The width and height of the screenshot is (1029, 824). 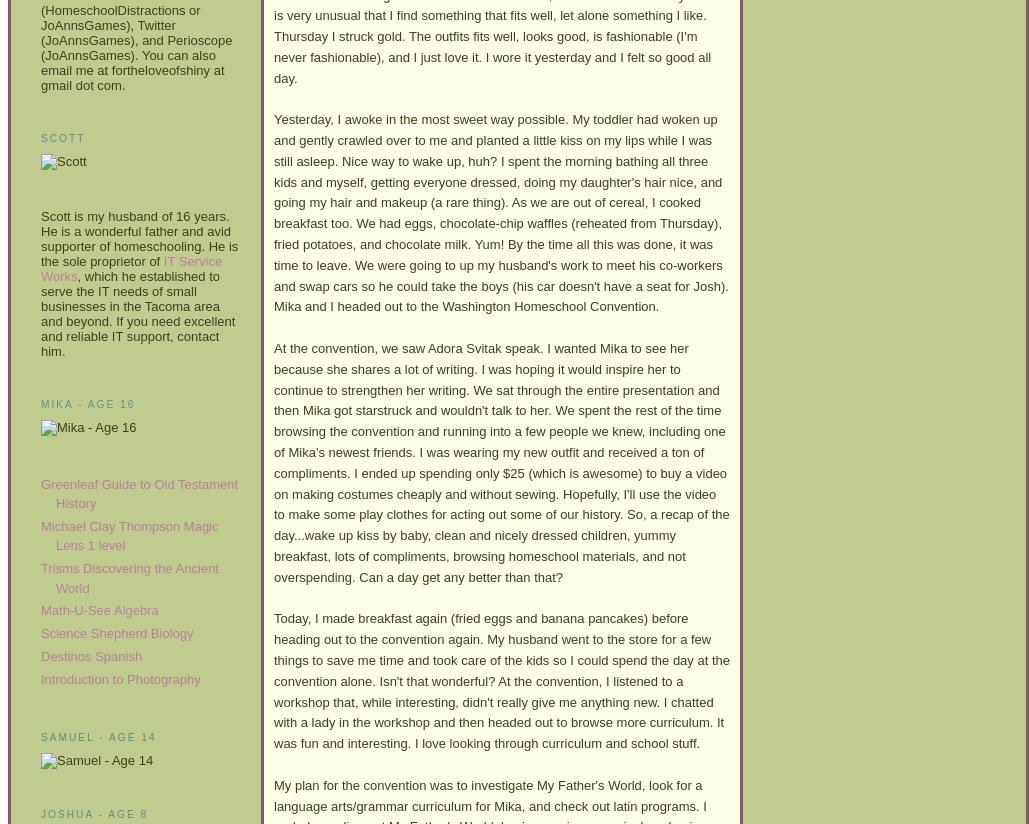 I want to click on 'Science Shepherd Biology', so click(x=115, y=632).